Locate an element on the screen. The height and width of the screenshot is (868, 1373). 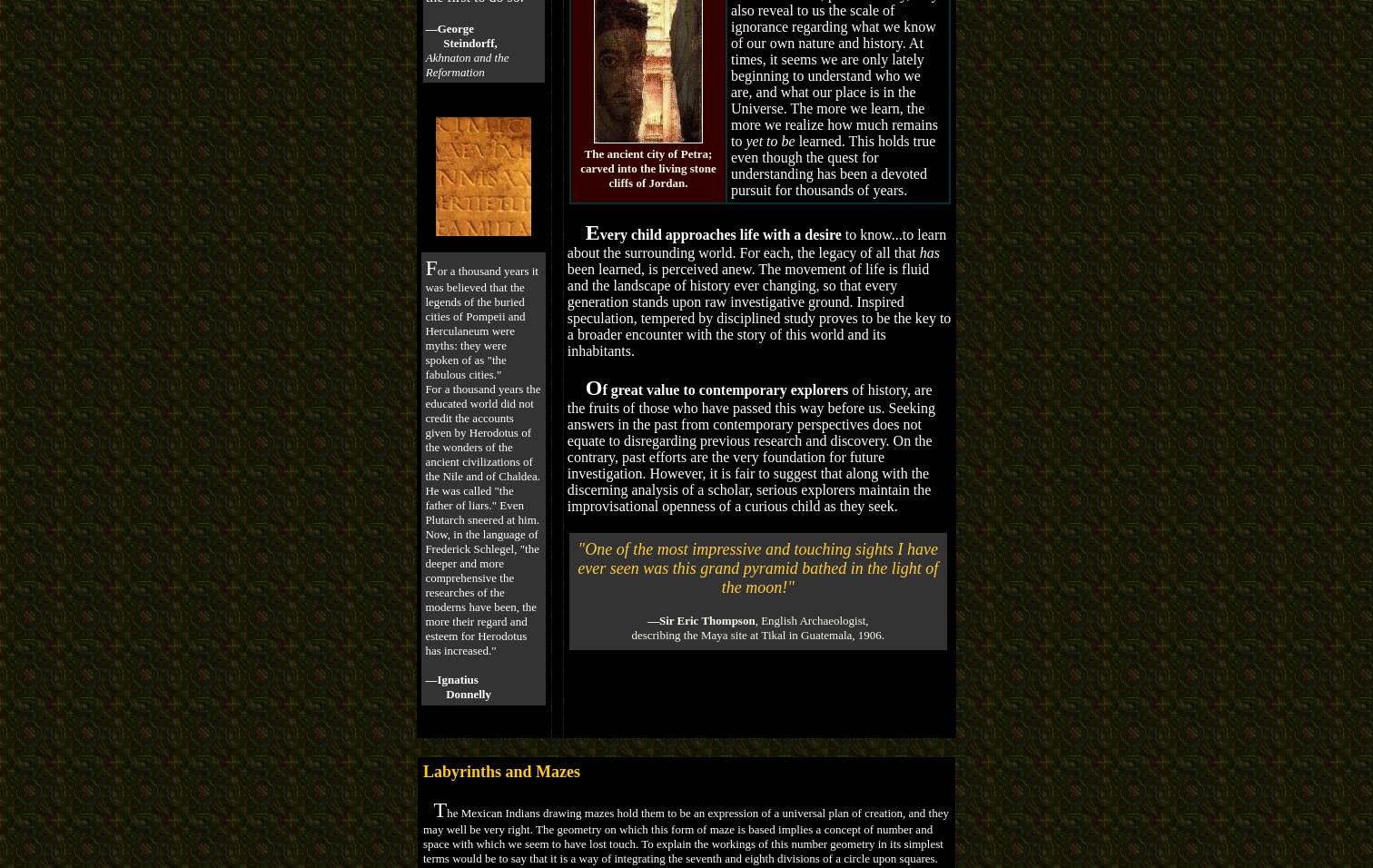
'—Ignatius        Donnelly' is located at coordinates (457, 686).